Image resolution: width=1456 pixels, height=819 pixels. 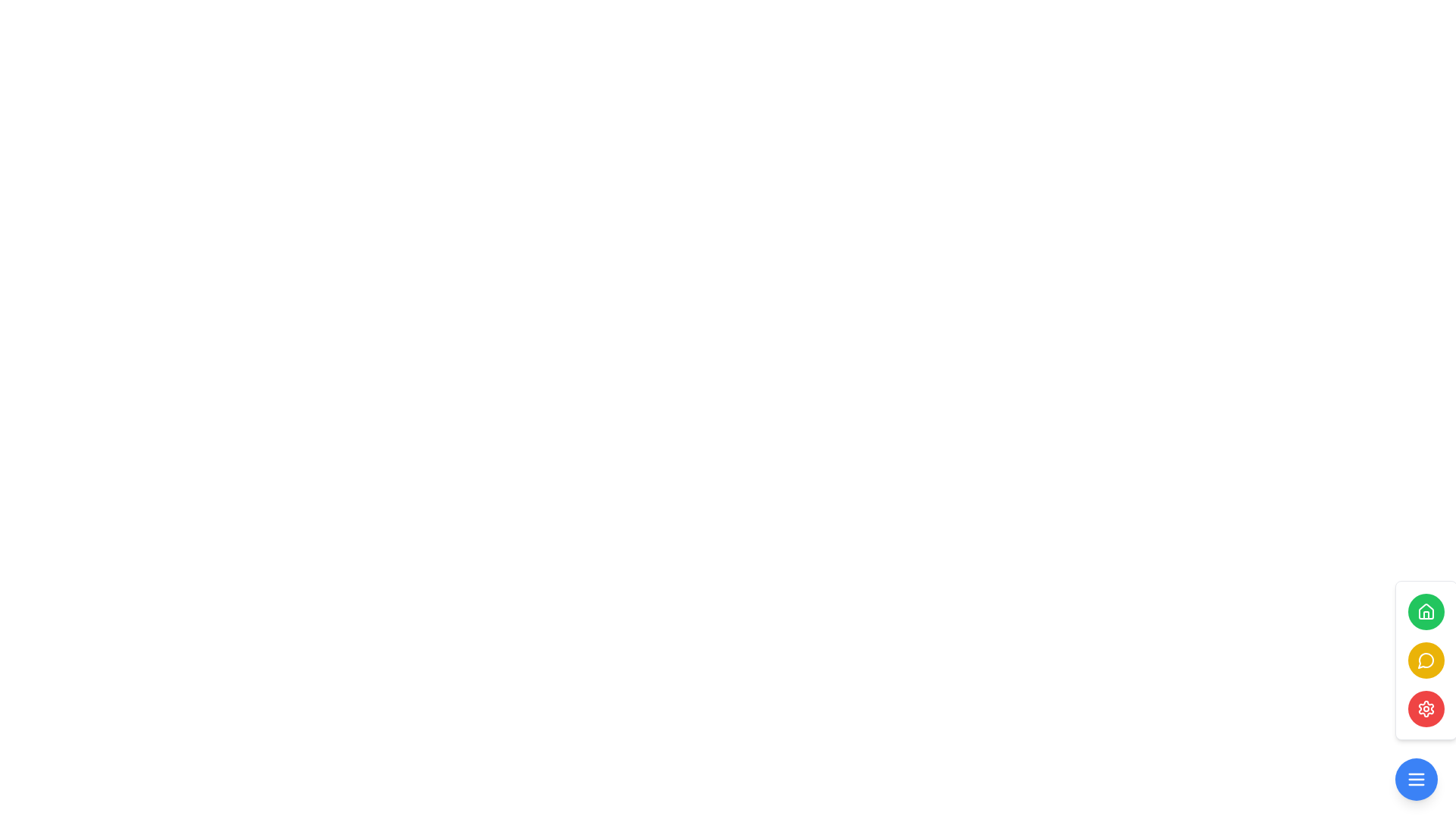 I want to click on the circular blue button with a hamburger menu icon located at the bottom right corner of the interface, so click(x=1415, y=780).